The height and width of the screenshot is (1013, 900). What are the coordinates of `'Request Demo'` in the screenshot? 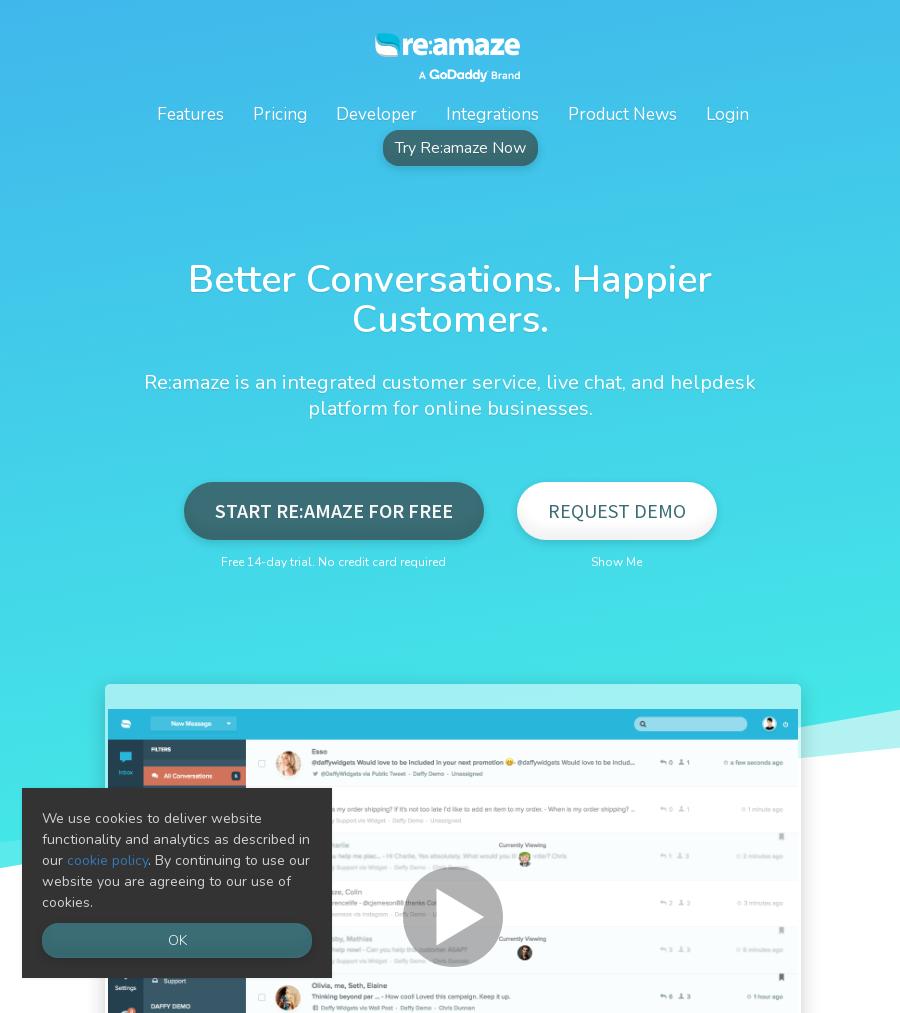 It's located at (615, 510).